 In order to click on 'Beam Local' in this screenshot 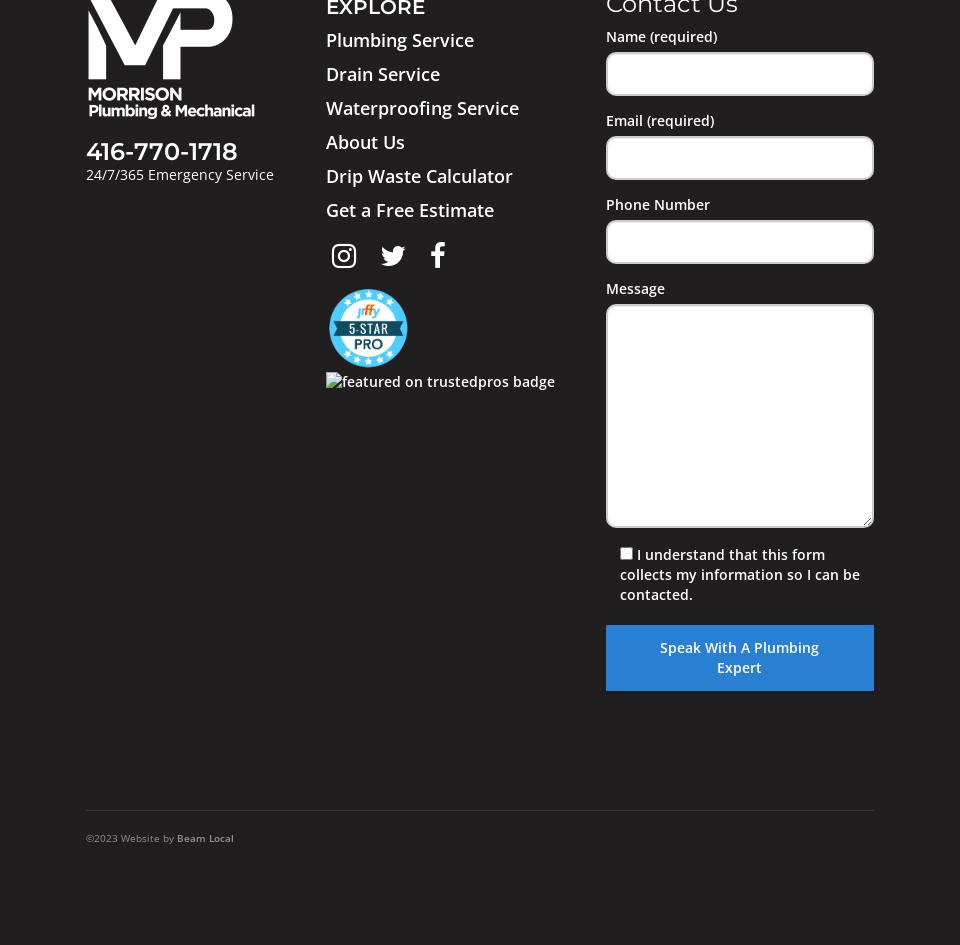, I will do `click(174, 838)`.